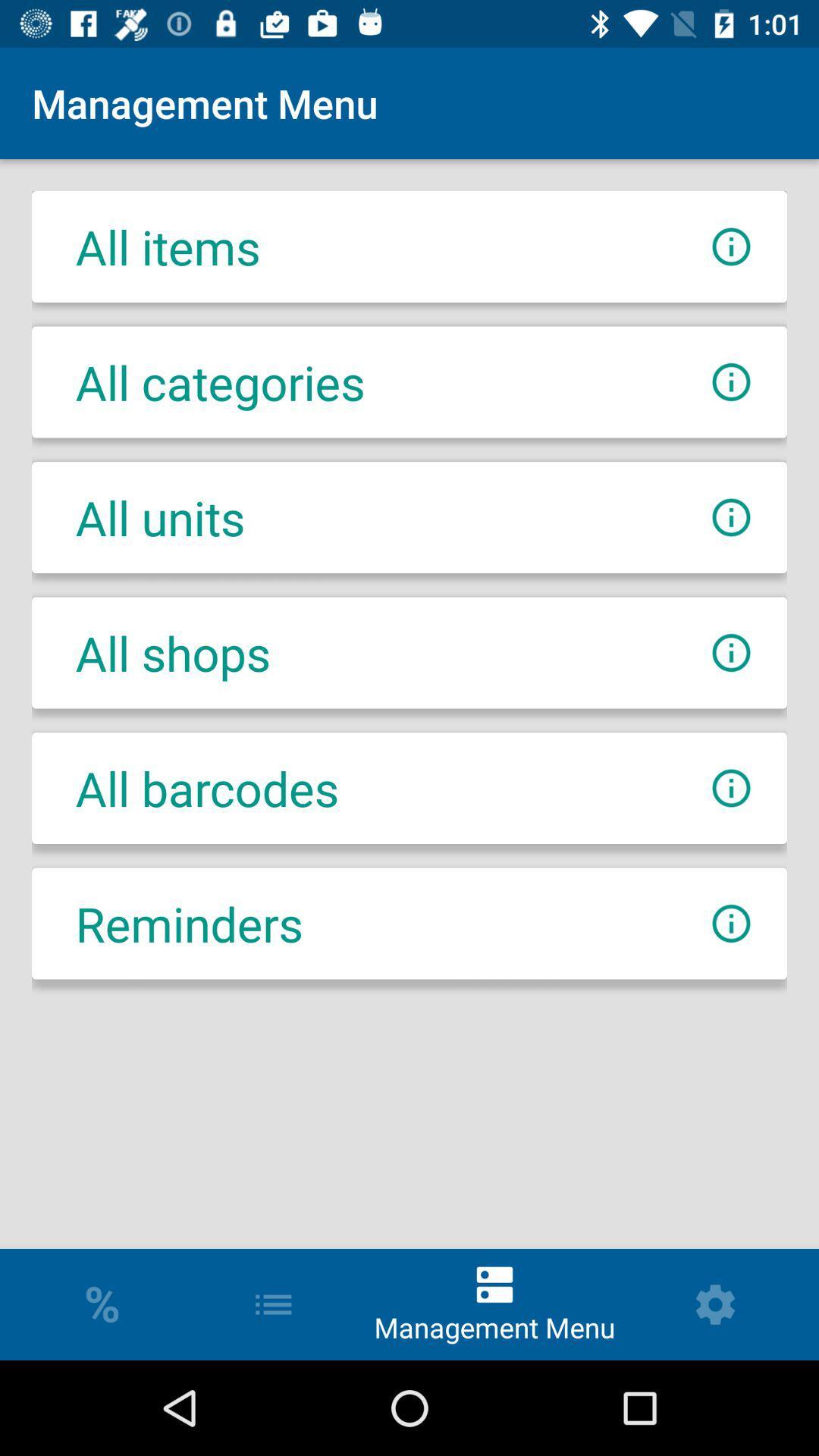 The width and height of the screenshot is (819, 1456). I want to click on more info, so click(730, 246).